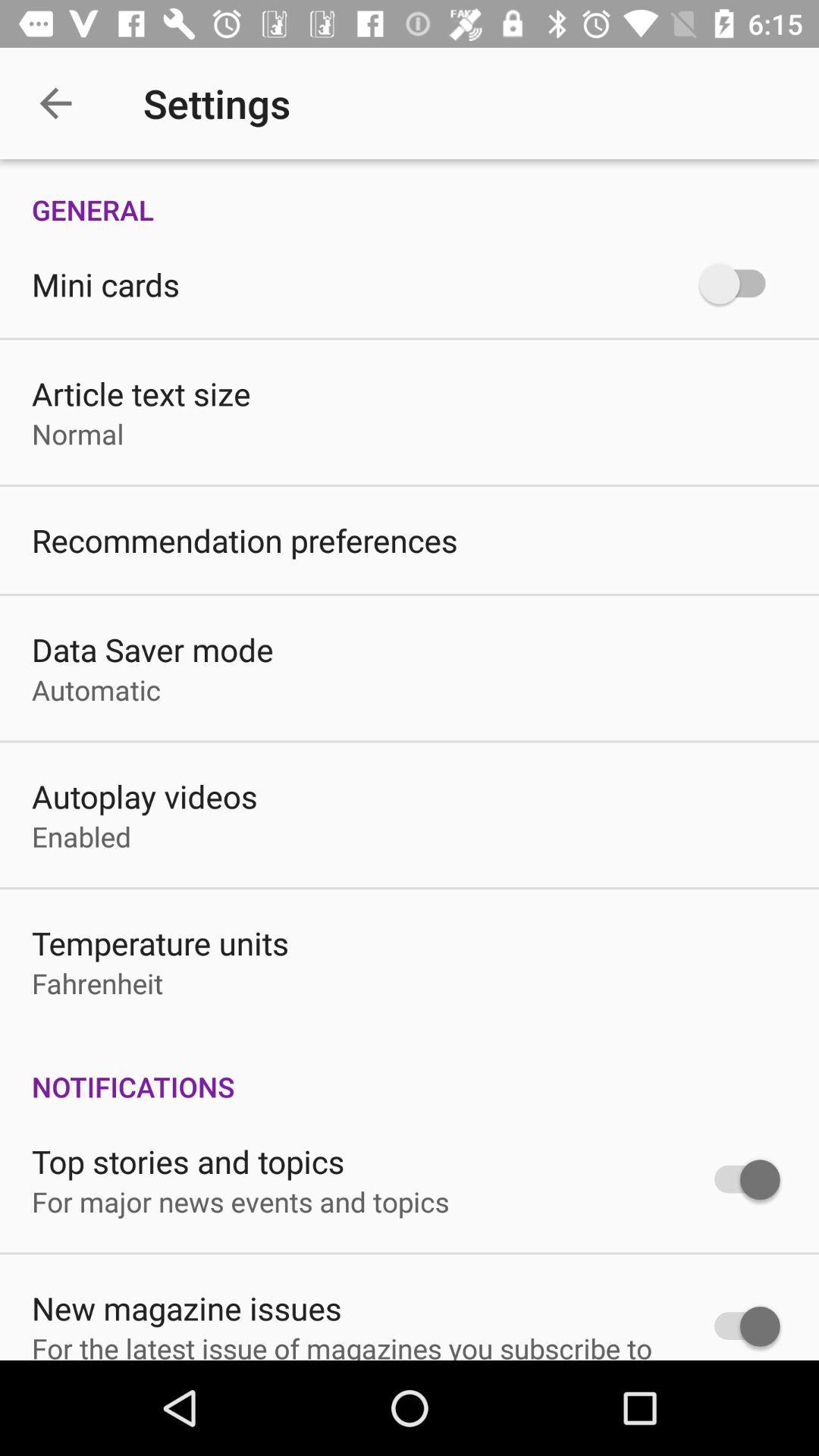 The image size is (819, 1456). I want to click on the icon below for major news, so click(186, 1307).